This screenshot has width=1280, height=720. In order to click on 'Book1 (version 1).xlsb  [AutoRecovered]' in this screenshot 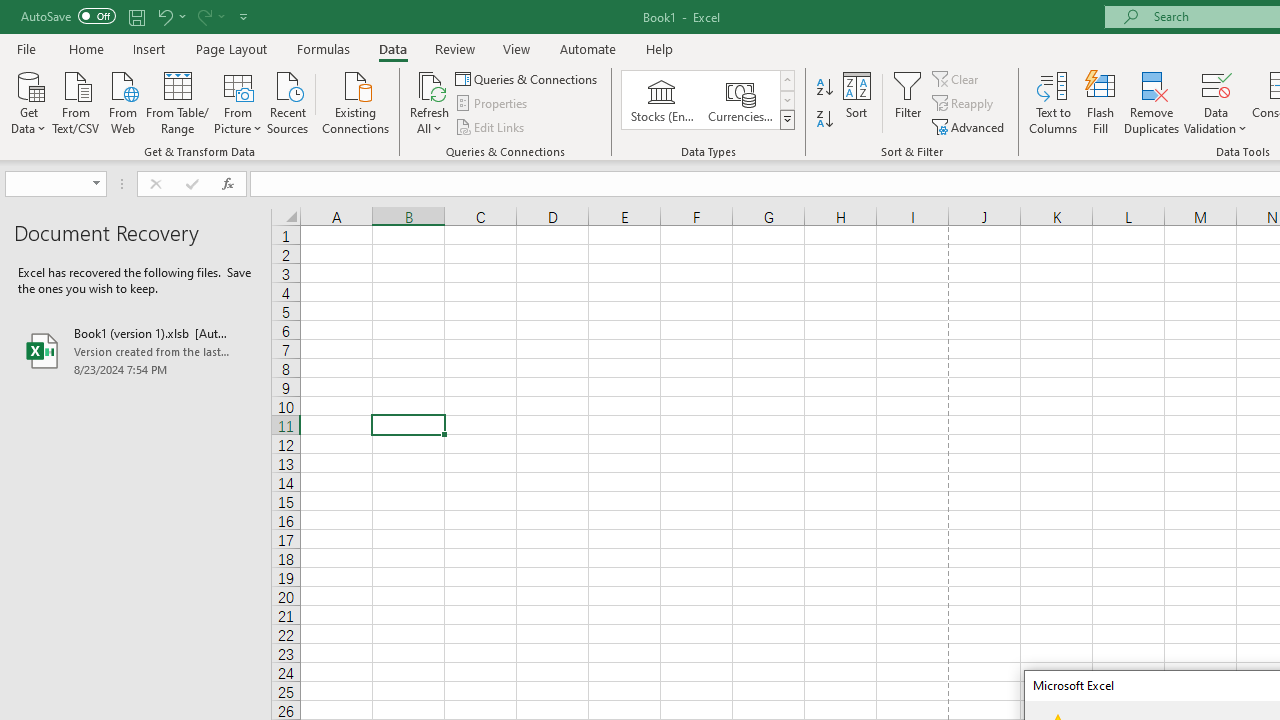, I will do `click(135, 350)`.